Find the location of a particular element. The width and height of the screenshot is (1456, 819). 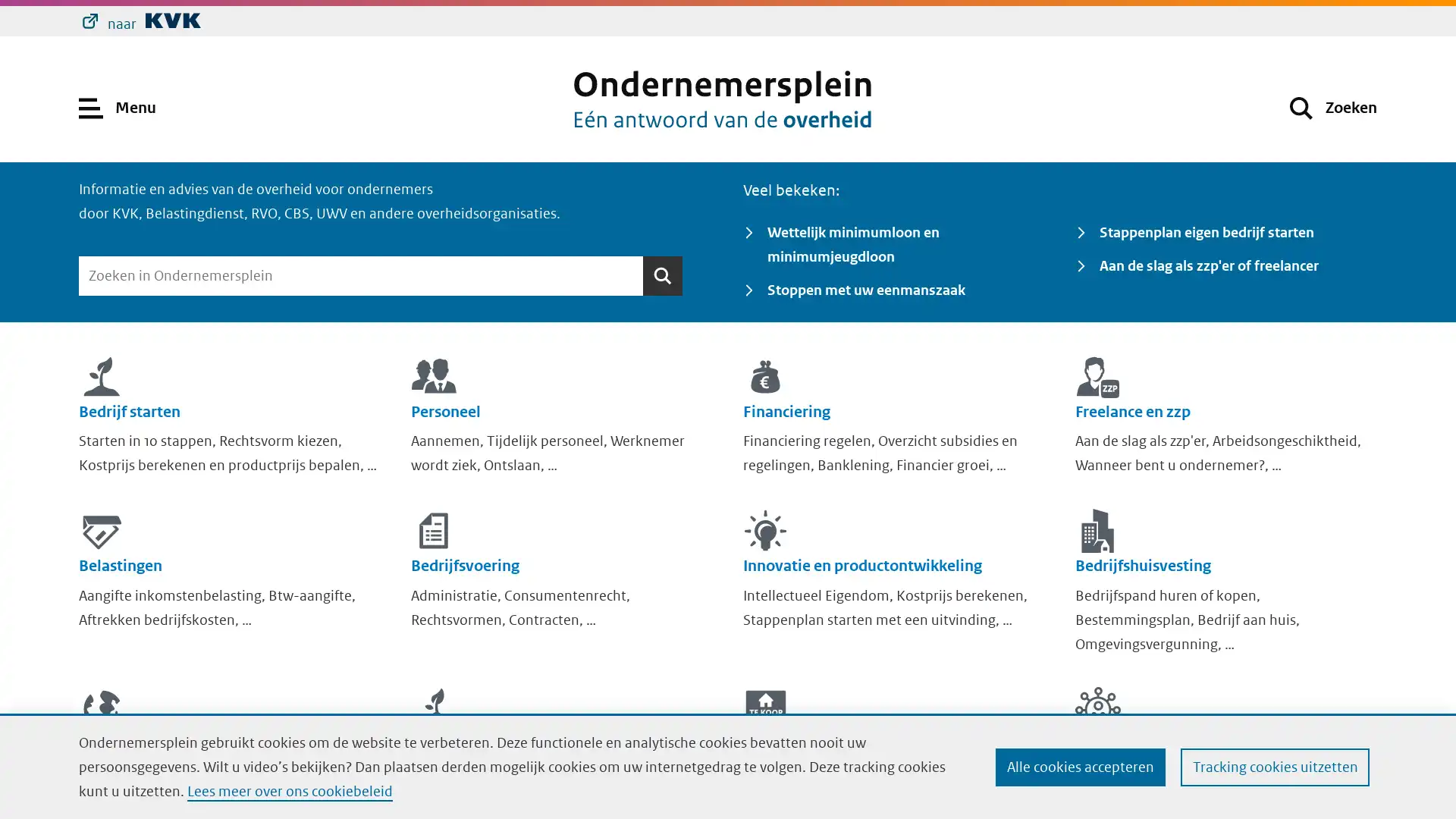

Alle cookies accepteren is located at coordinates (1080, 767).